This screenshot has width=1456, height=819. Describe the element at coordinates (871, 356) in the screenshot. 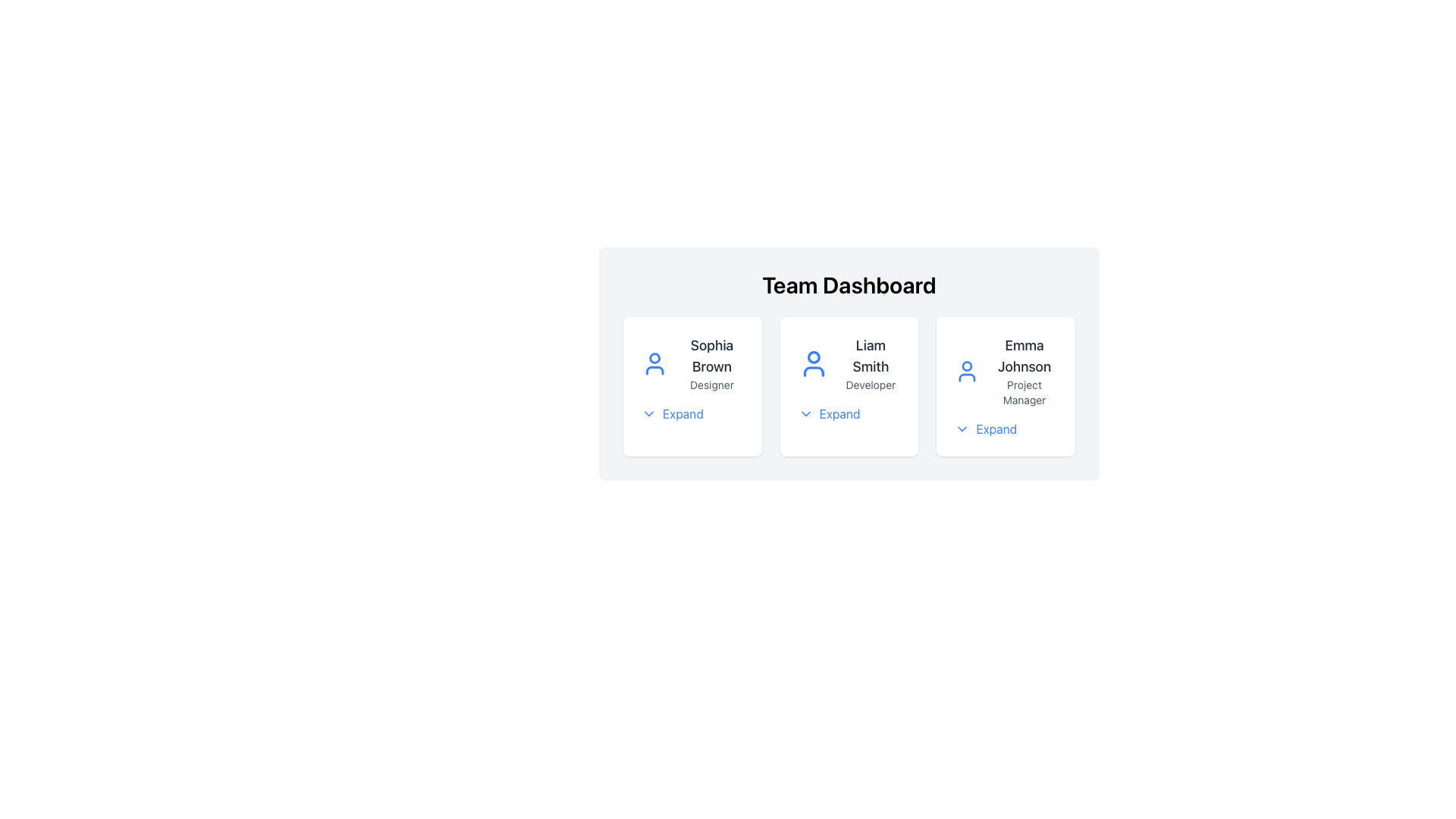

I see `the text label identifying the individual as 'Liam Smith' located in the second card from the left under the 'Team Dashboard' heading` at that location.